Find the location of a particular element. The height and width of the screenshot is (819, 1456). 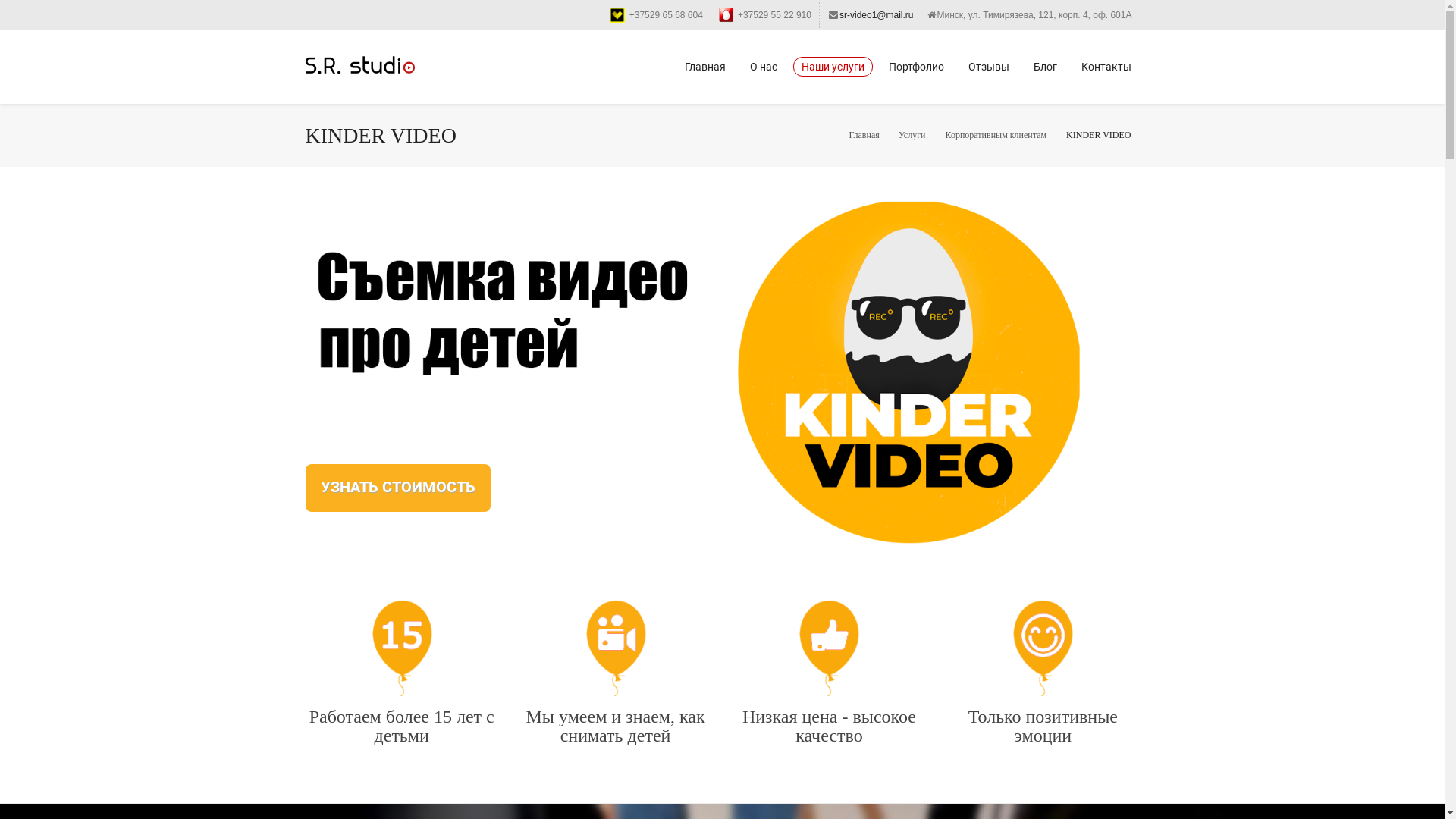

'KINDER VIDEO' is located at coordinates (1098, 133).